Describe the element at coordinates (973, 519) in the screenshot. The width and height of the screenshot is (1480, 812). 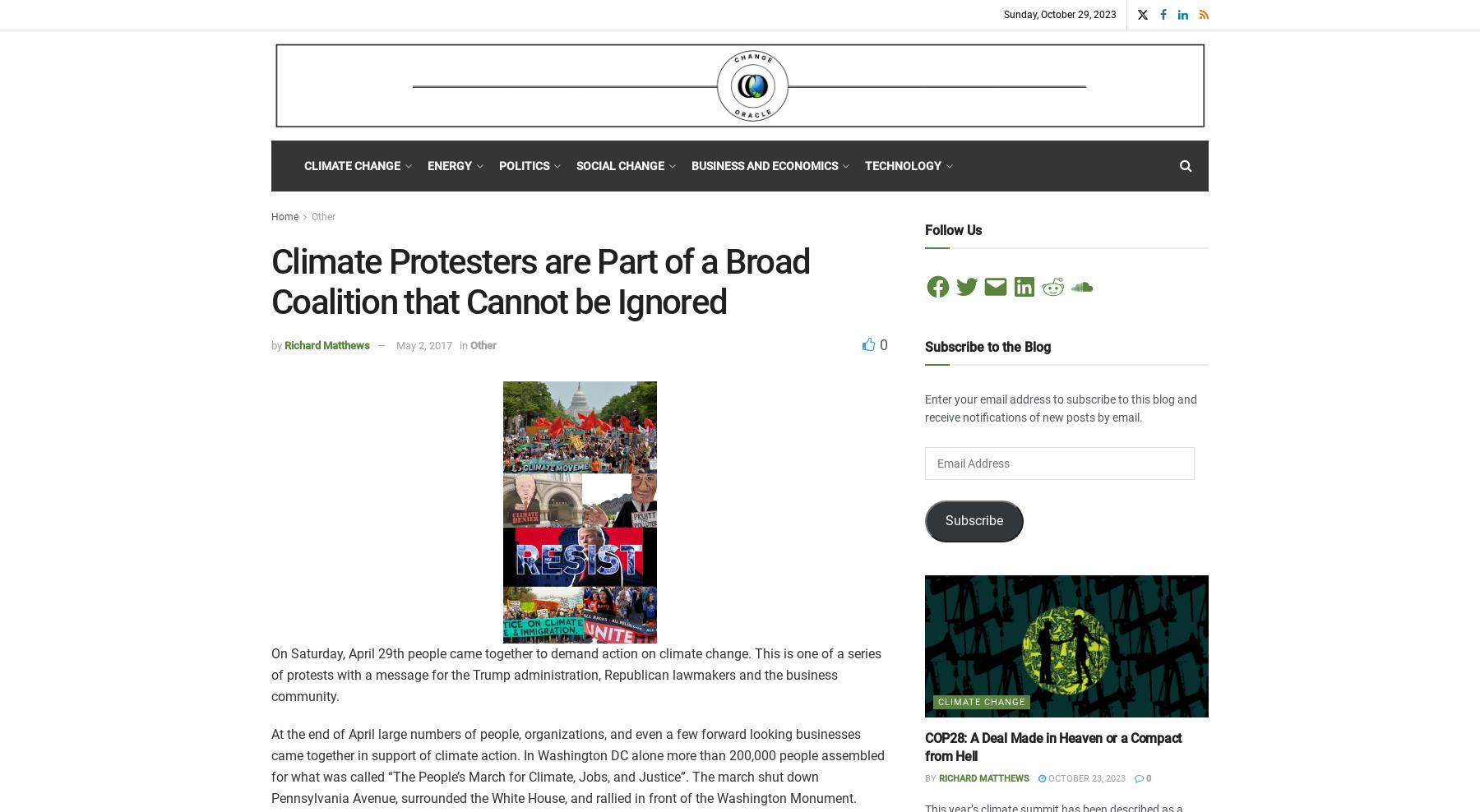
I see `'Subscribe'` at that location.